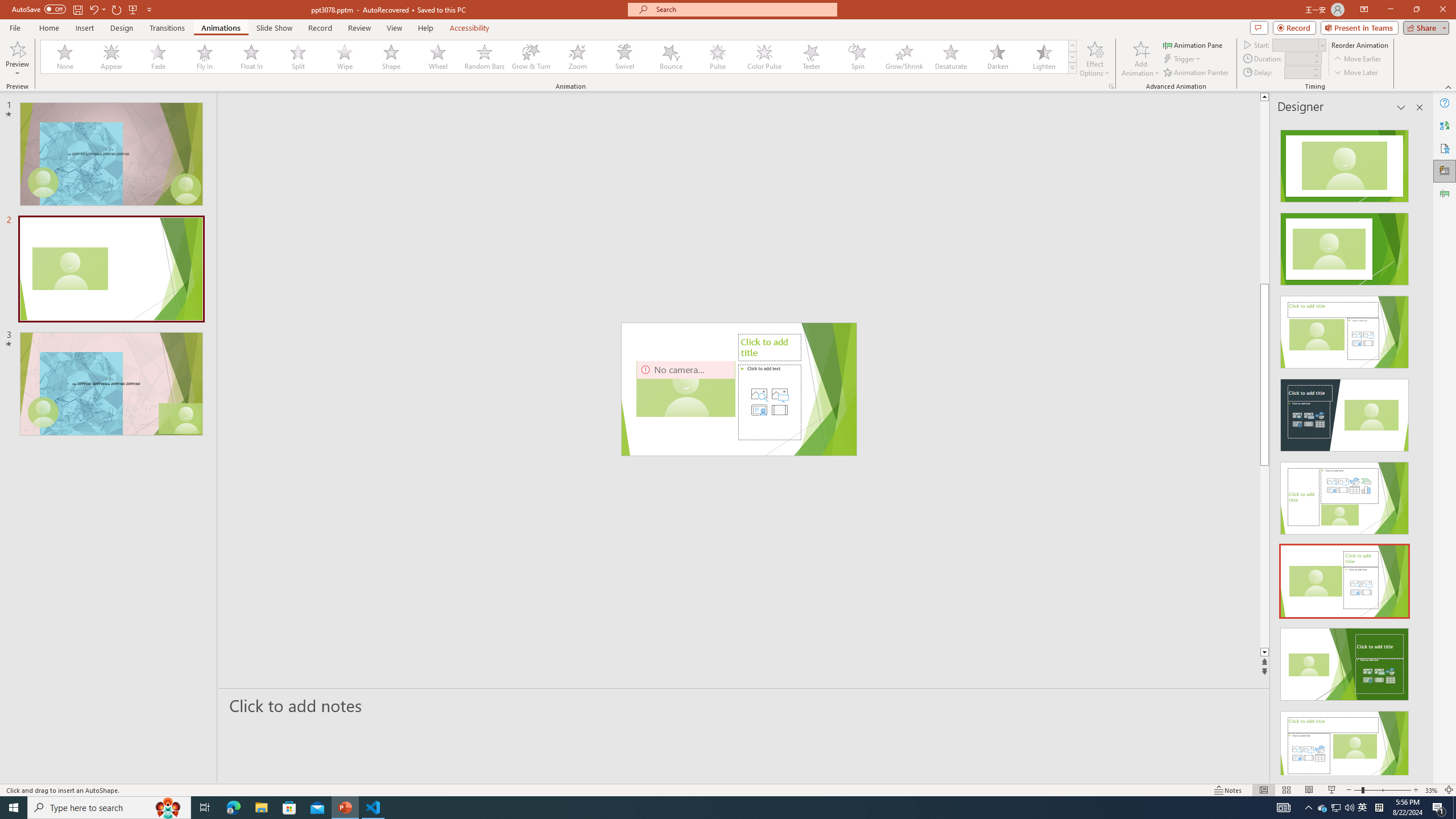  Describe the element at coordinates (857, 56) in the screenshot. I see `'Spin'` at that location.